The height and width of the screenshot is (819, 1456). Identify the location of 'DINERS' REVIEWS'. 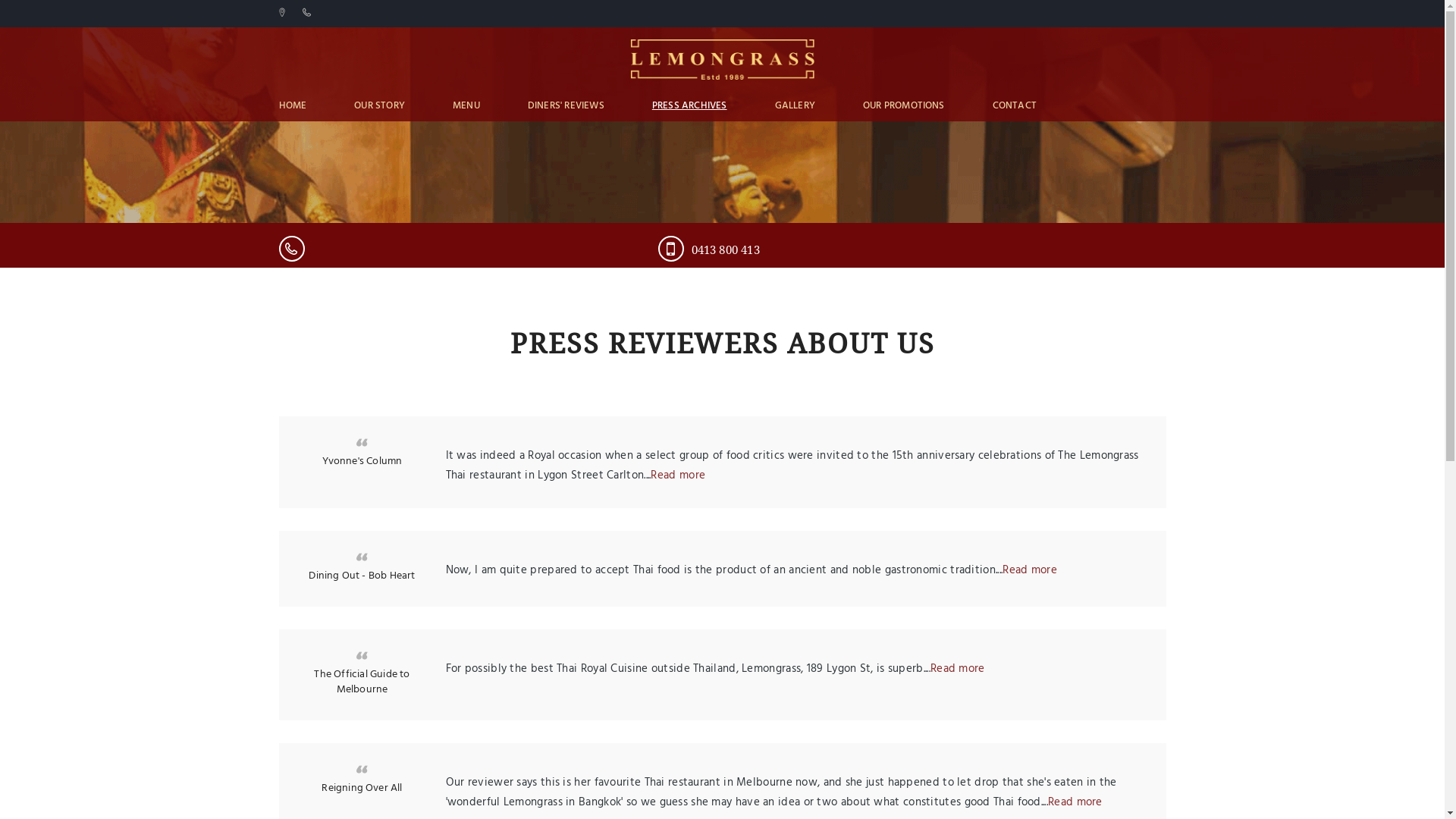
(528, 105).